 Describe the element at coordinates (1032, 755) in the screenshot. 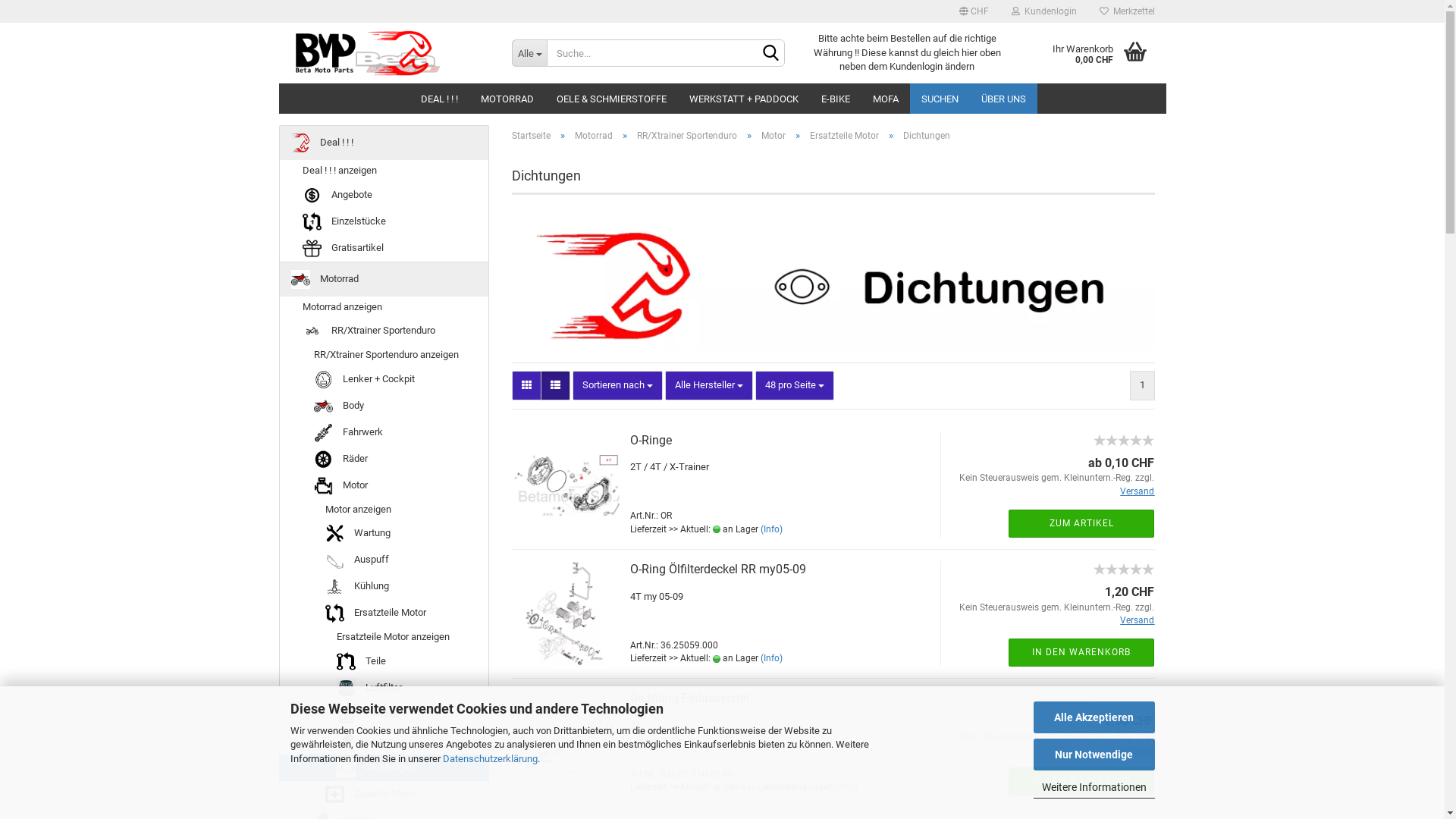

I see `'Nur Notwendige'` at that location.